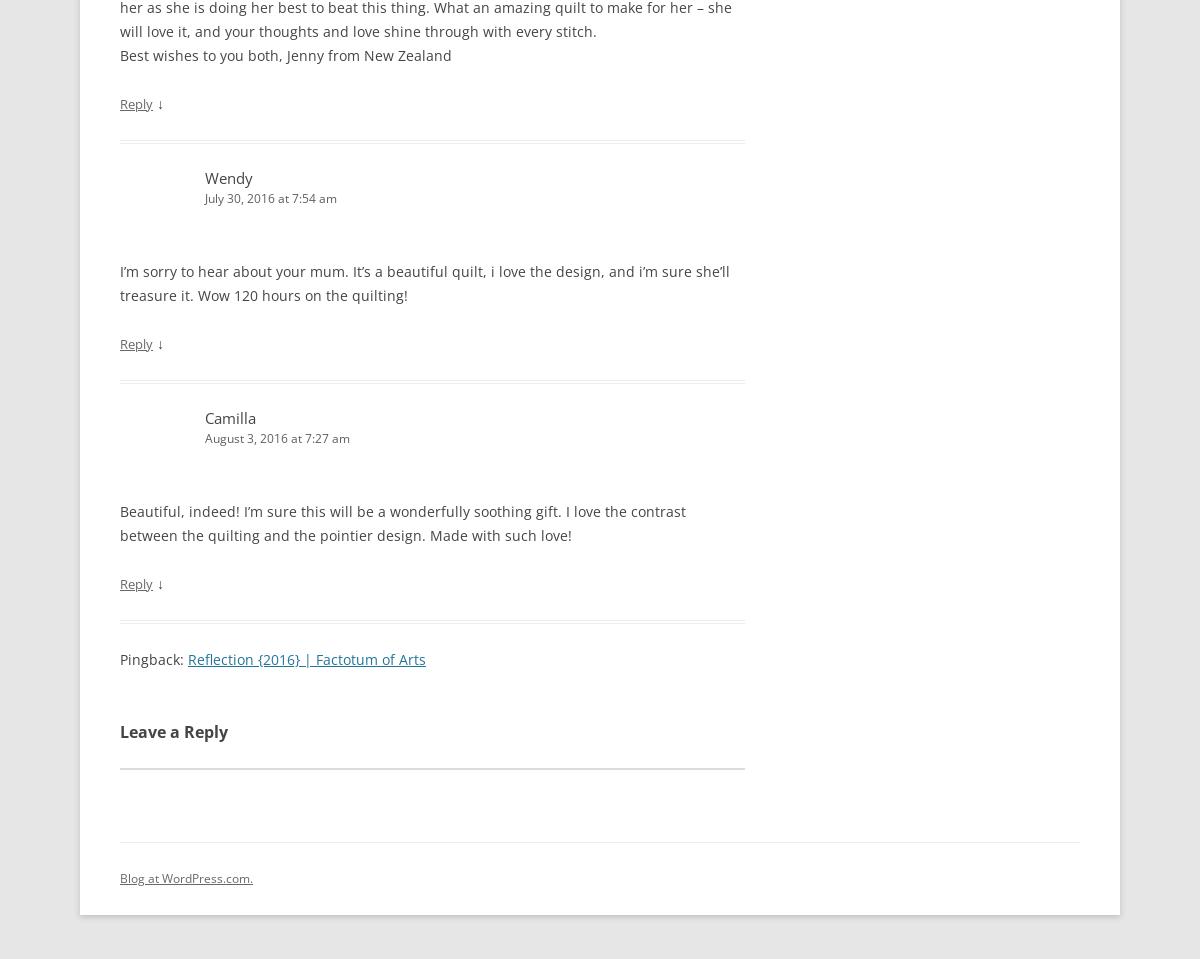  What do you see at coordinates (185, 876) in the screenshot?
I see `'Blog at WordPress.com.'` at bounding box center [185, 876].